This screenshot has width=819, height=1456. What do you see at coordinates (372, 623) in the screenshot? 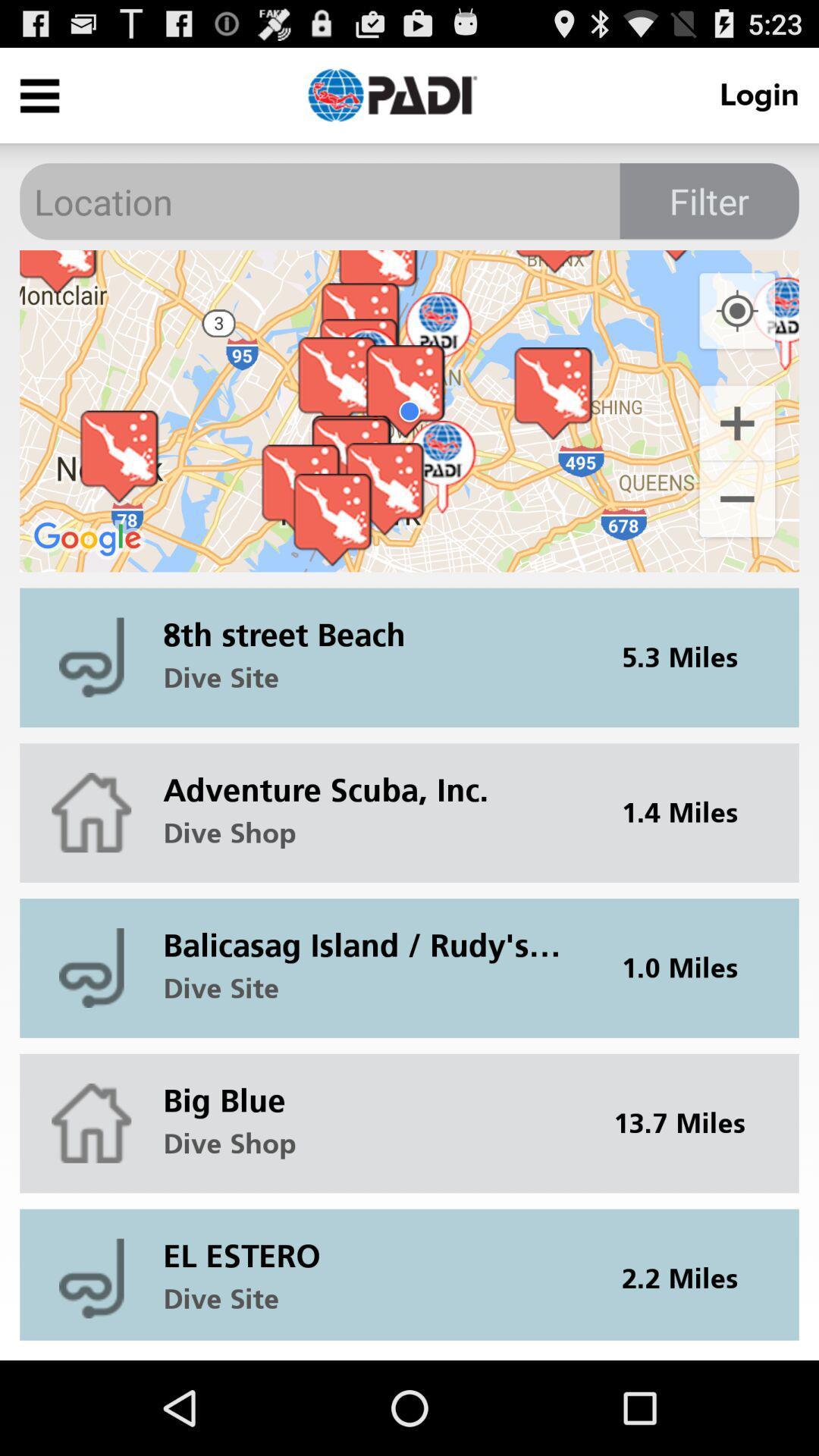
I see `item to the left of 5.3 miles` at bounding box center [372, 623].